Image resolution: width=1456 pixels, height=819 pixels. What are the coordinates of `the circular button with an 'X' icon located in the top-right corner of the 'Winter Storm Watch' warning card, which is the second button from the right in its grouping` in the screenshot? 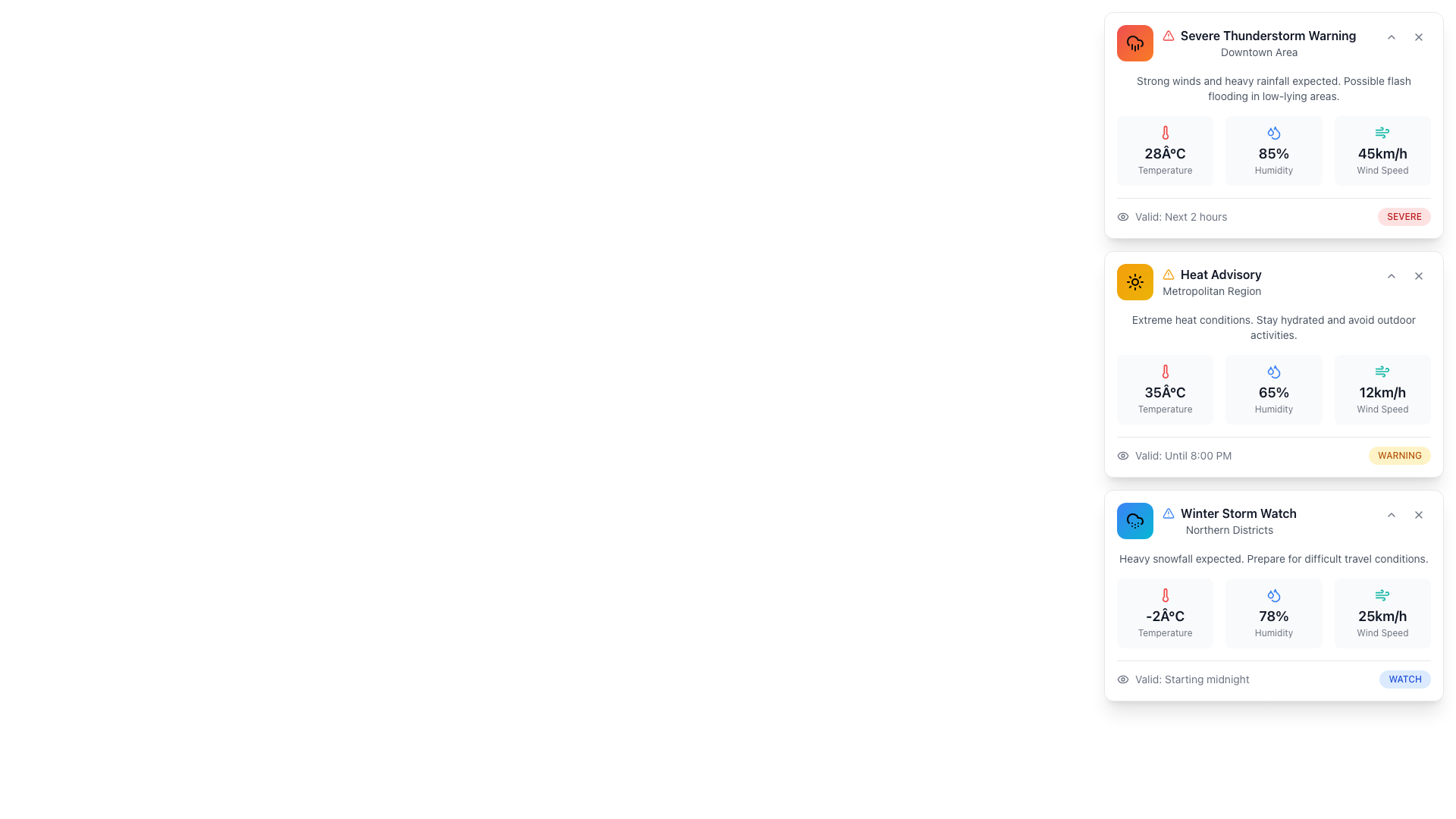 It's located at (1418, 513).